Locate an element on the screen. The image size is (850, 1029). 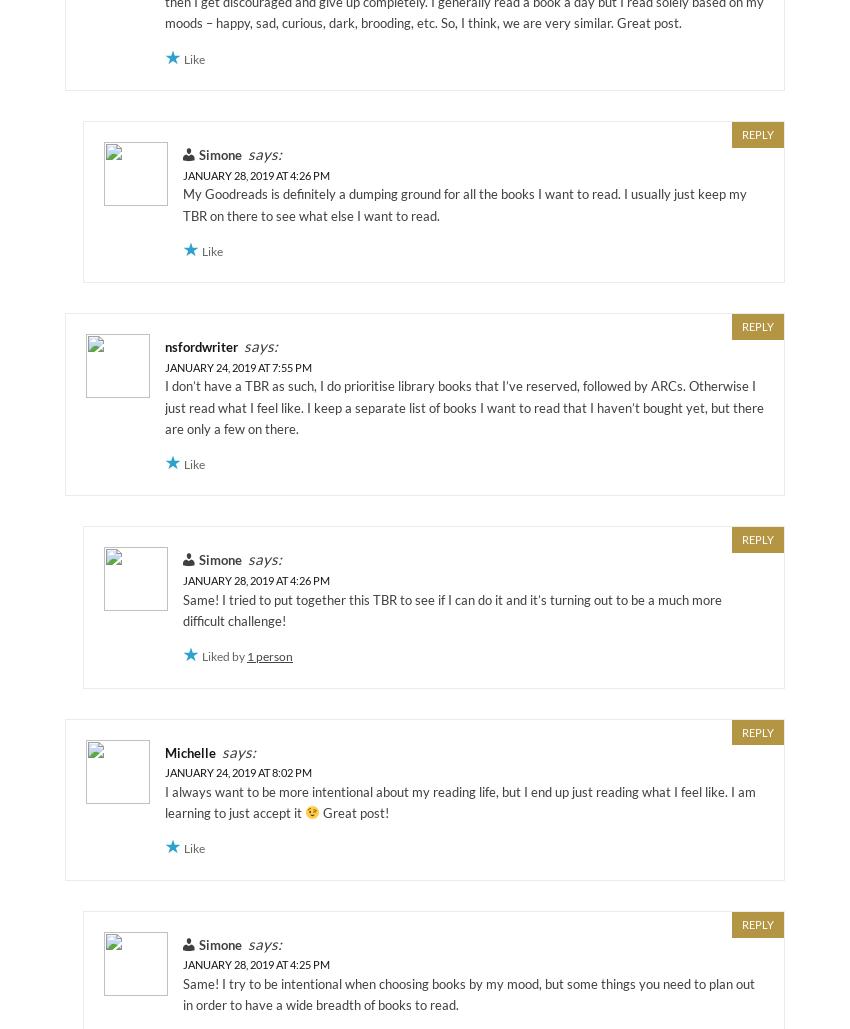
'My Goodreads is definitely a dumping ground for all the books I want to read. I usually just keep my TBR on there to see what else I want to read.' is located at coordinates (464, 204).